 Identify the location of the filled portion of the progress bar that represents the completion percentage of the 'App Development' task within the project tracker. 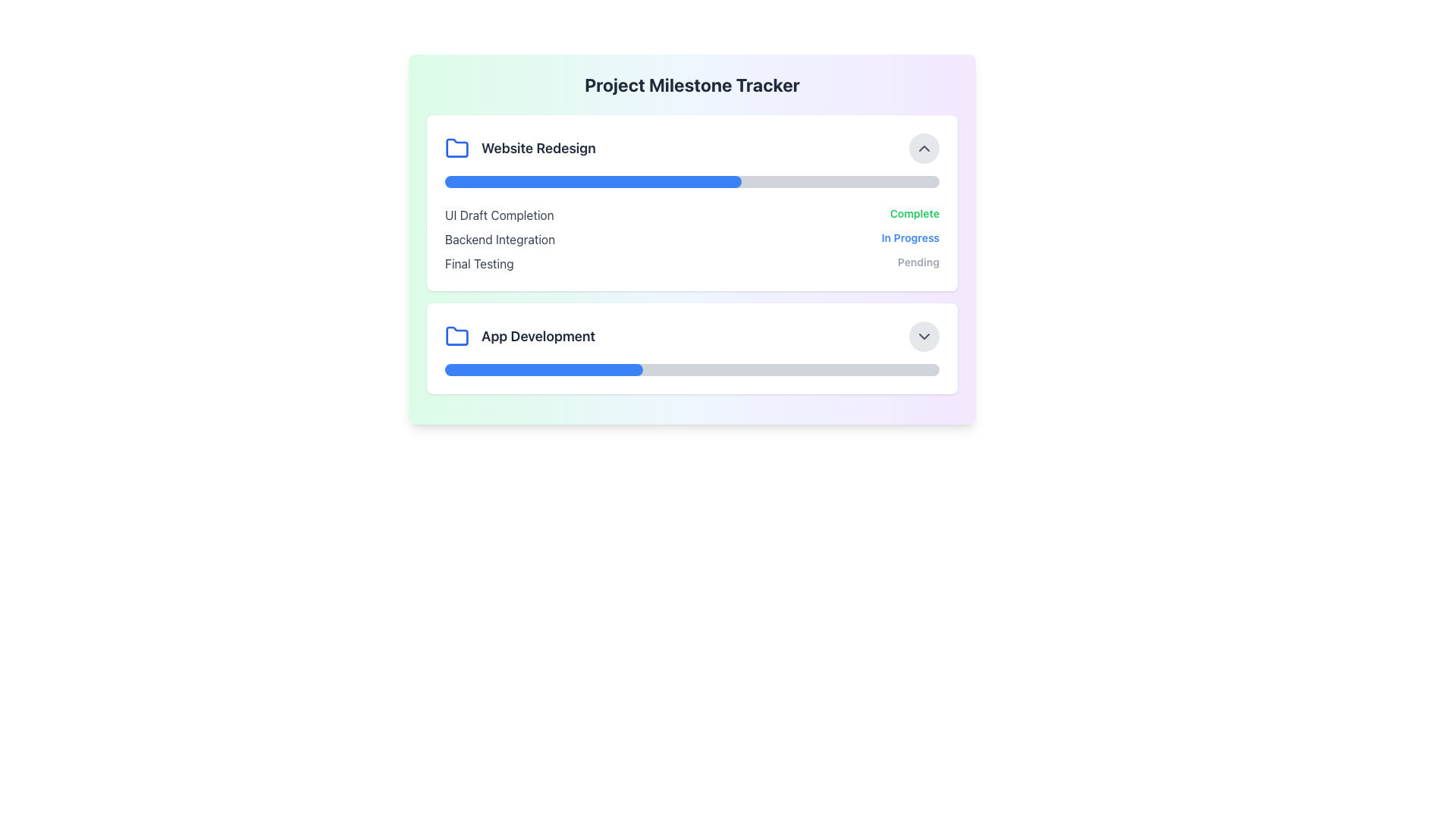
(544, 370).